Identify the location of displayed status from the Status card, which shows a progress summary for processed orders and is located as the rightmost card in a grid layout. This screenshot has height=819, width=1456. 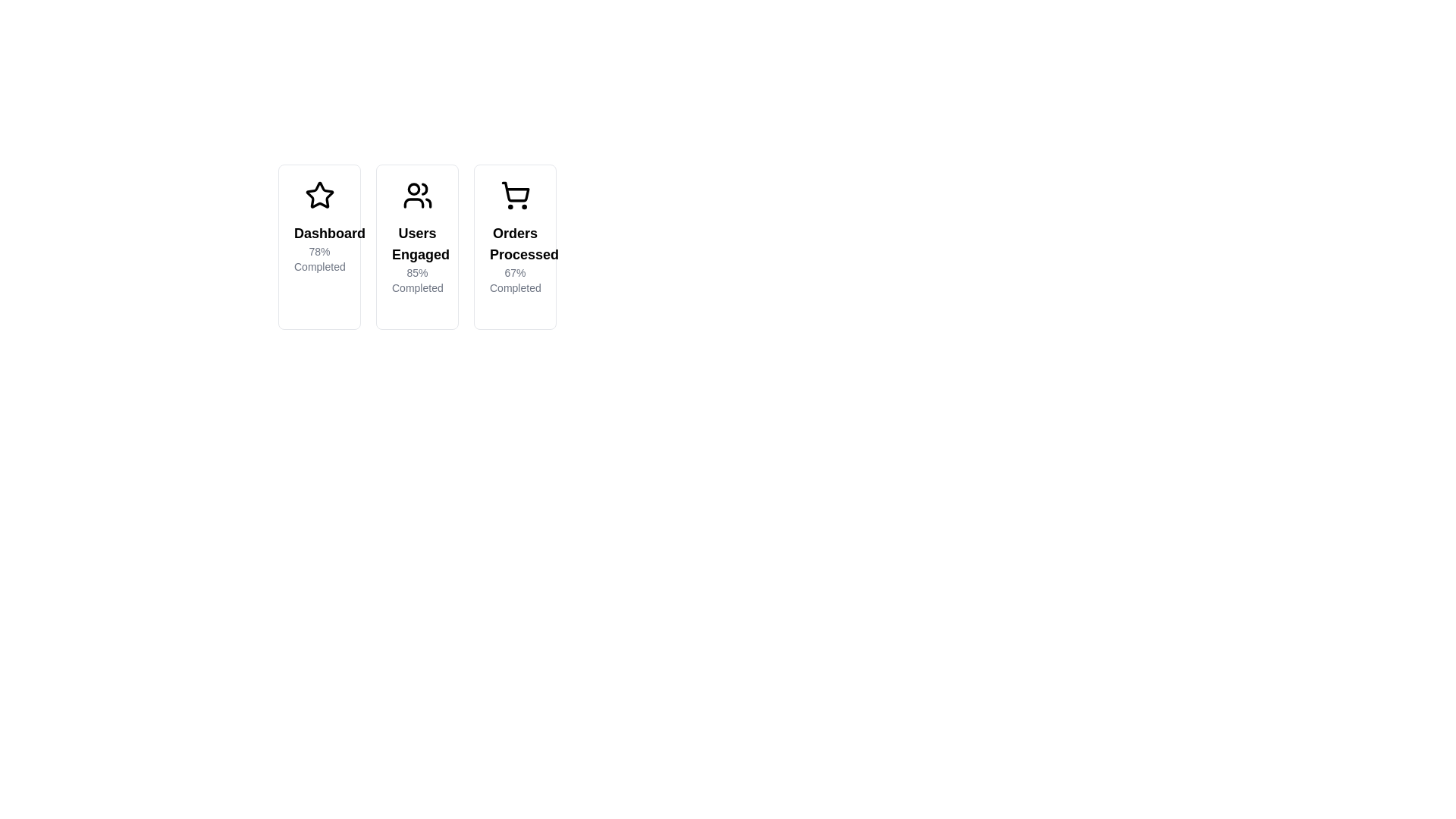
(515, 246).